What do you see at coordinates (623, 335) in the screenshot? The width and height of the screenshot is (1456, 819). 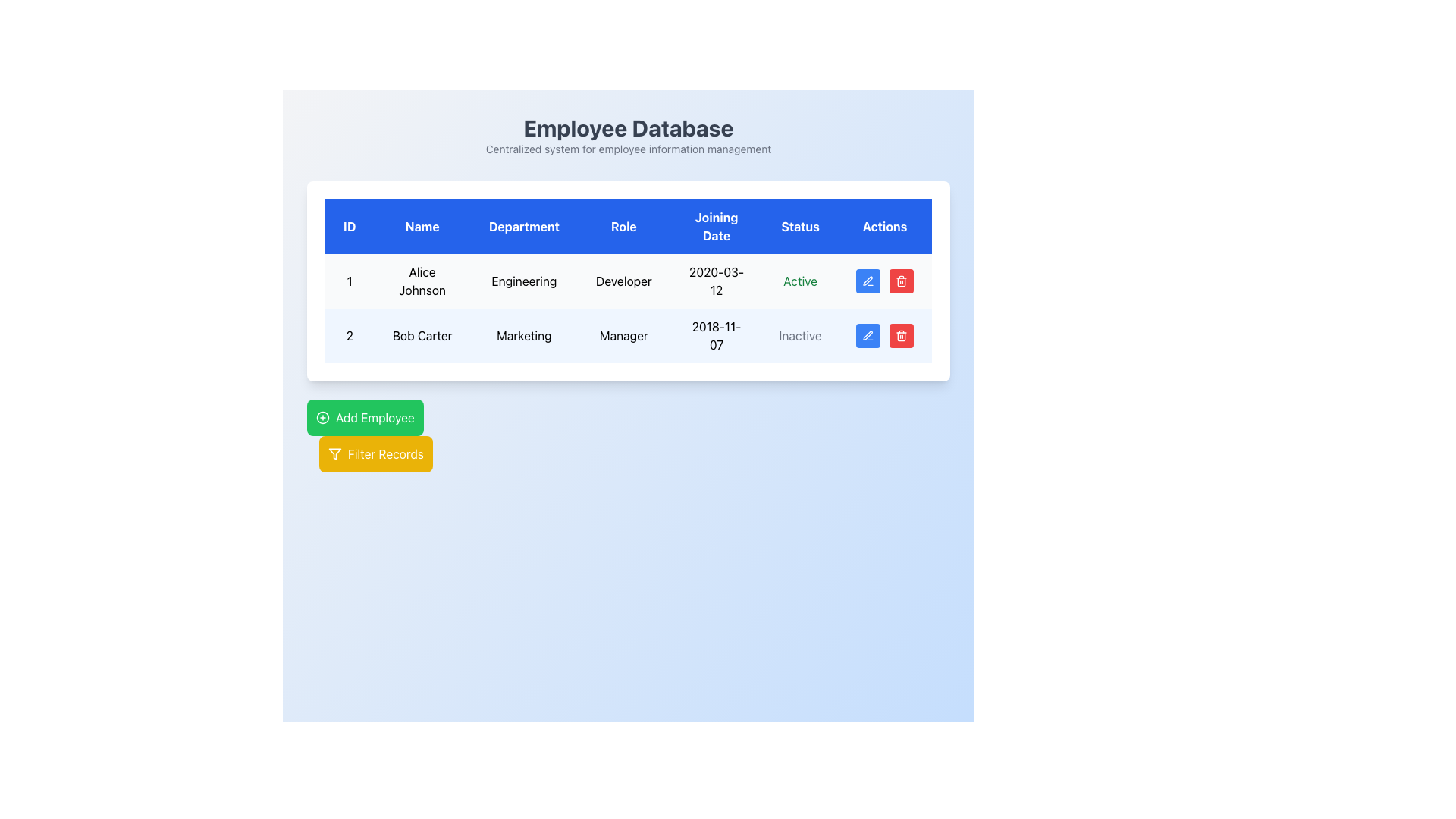 I see `the text element displaying 'Manager' in black sans-serif font, which is part of the row for employee 'Bob Carter' in the table under the header 'Role.'` at bounding box center [623, 335].